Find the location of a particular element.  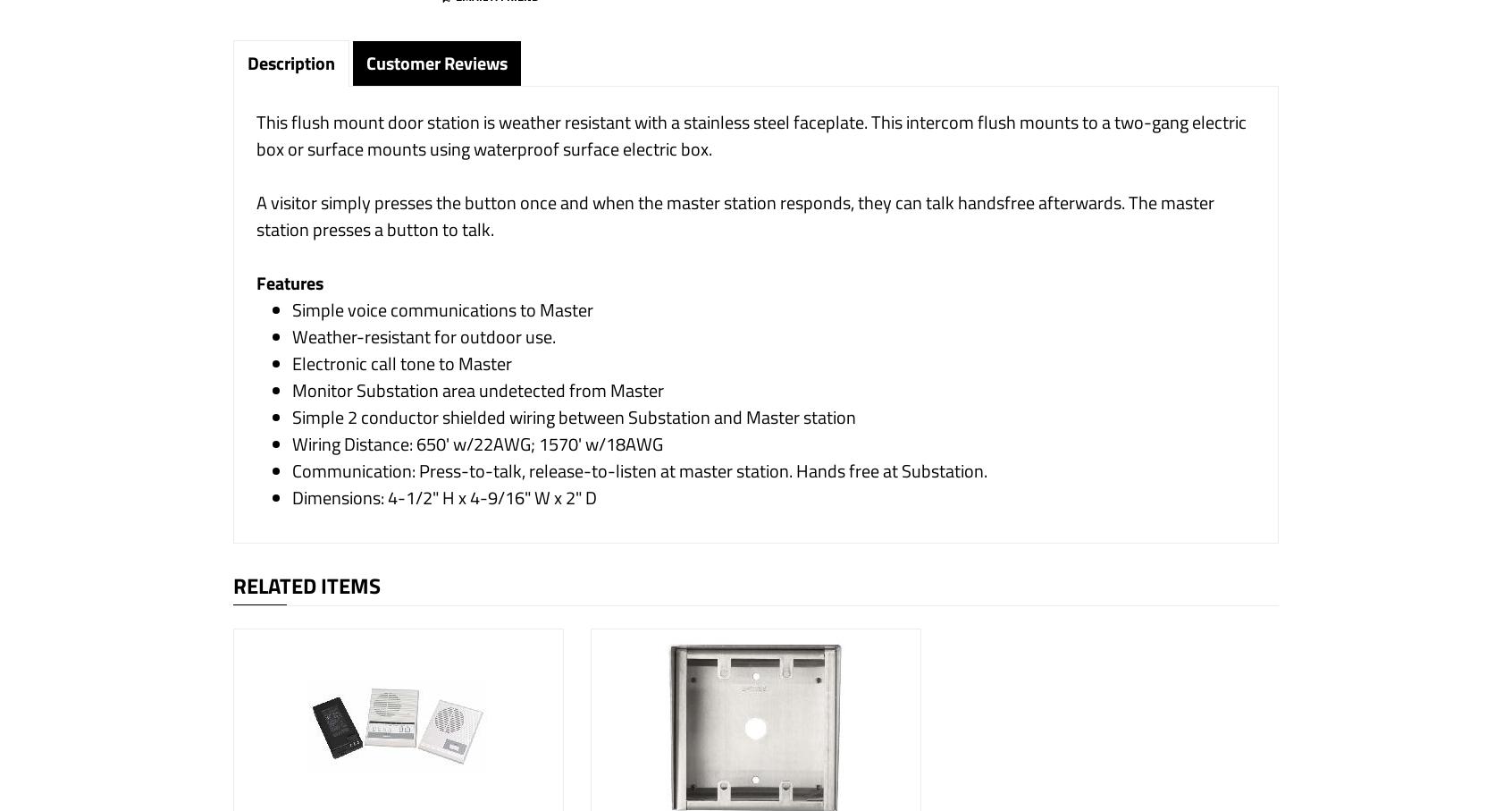

'Description' is located at coordinates (290, 63).